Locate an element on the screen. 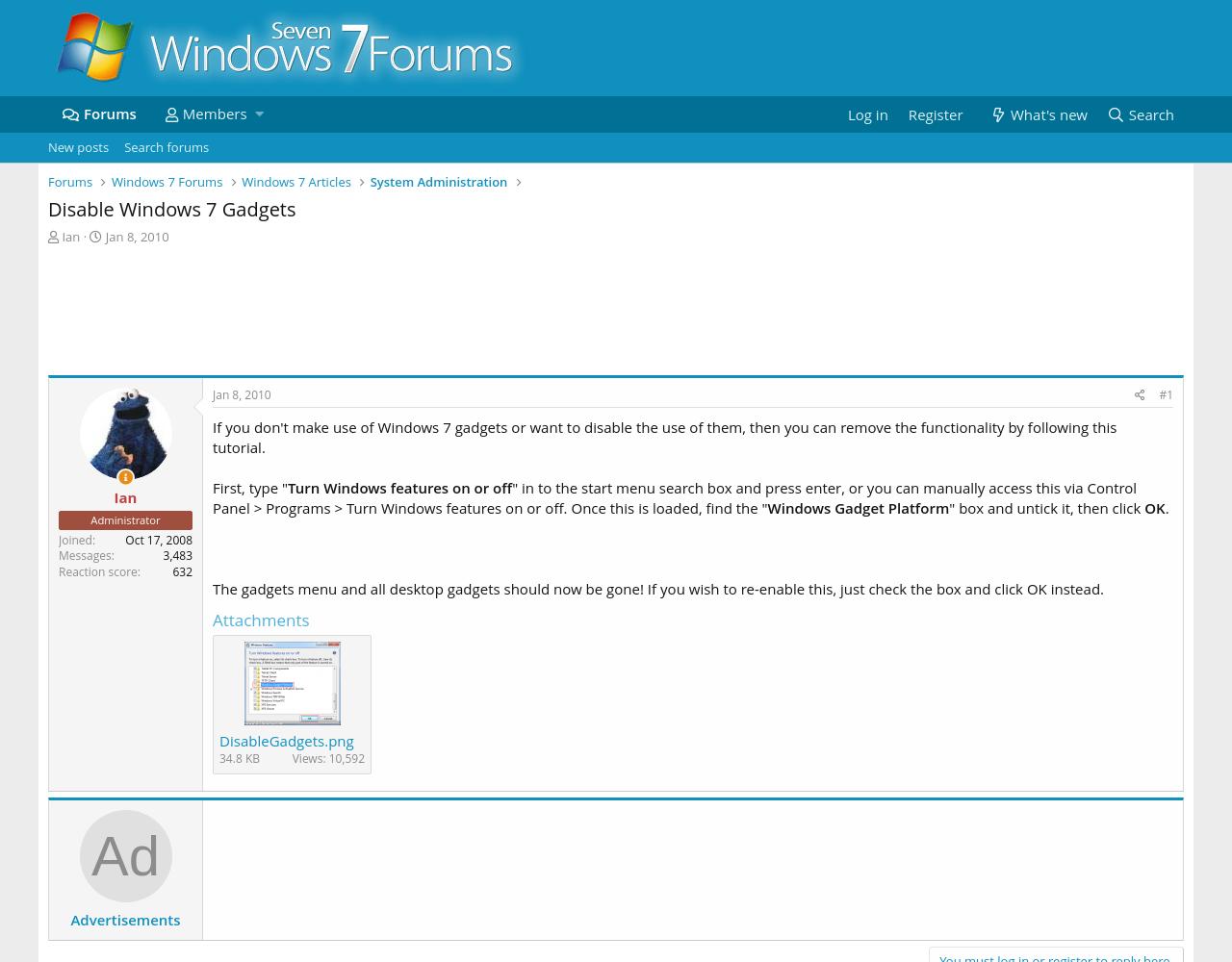 The image size is (1232, 962). 'If you don't make use of Windows 7 gadgets or want to disable the use of them, then you can remove the functionality by following this tutorial.' is located at coordinates (213, 436).